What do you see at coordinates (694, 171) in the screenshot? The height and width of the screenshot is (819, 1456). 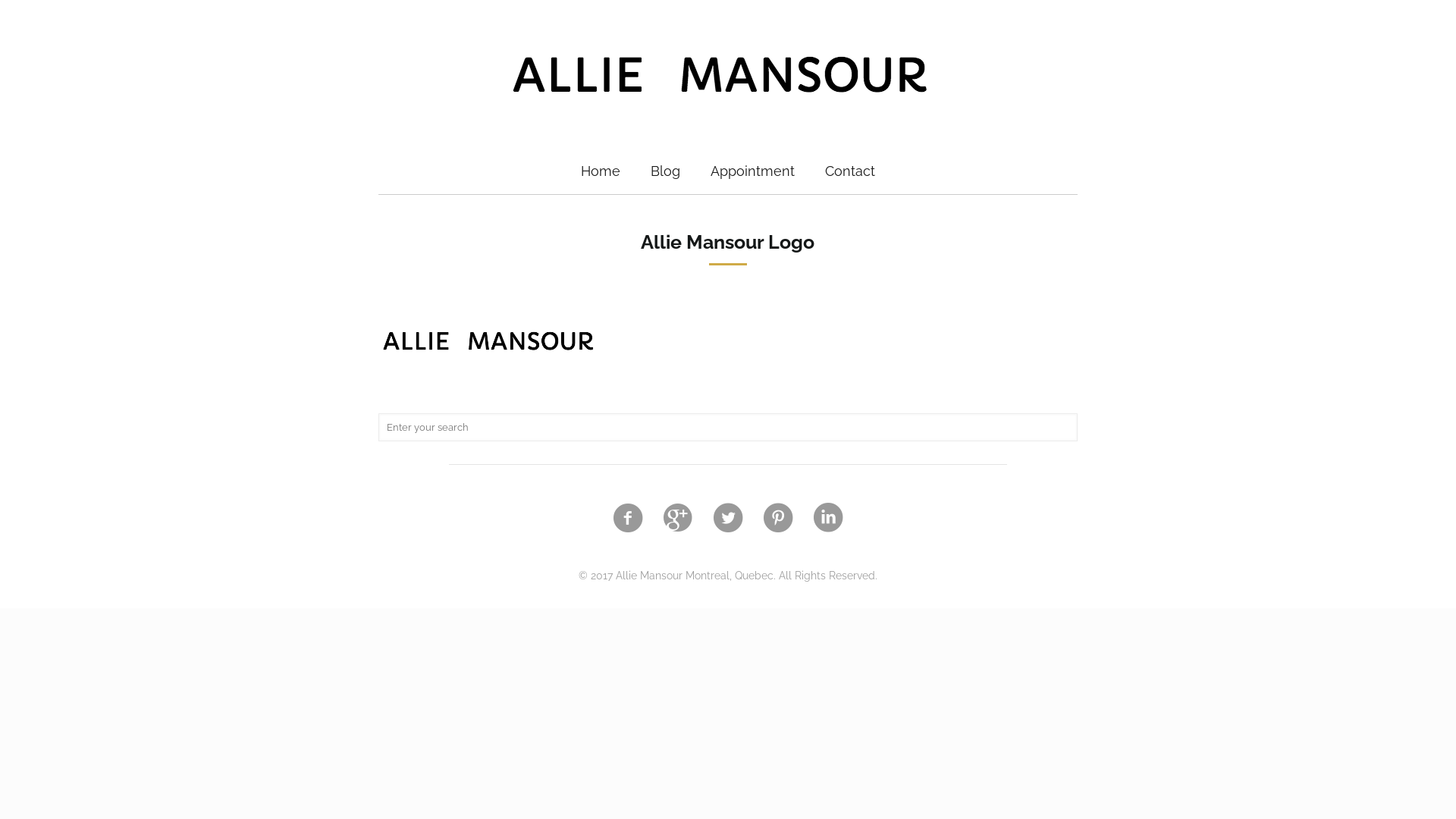 I see `'Appointment'` at bounding box center [694, 171].